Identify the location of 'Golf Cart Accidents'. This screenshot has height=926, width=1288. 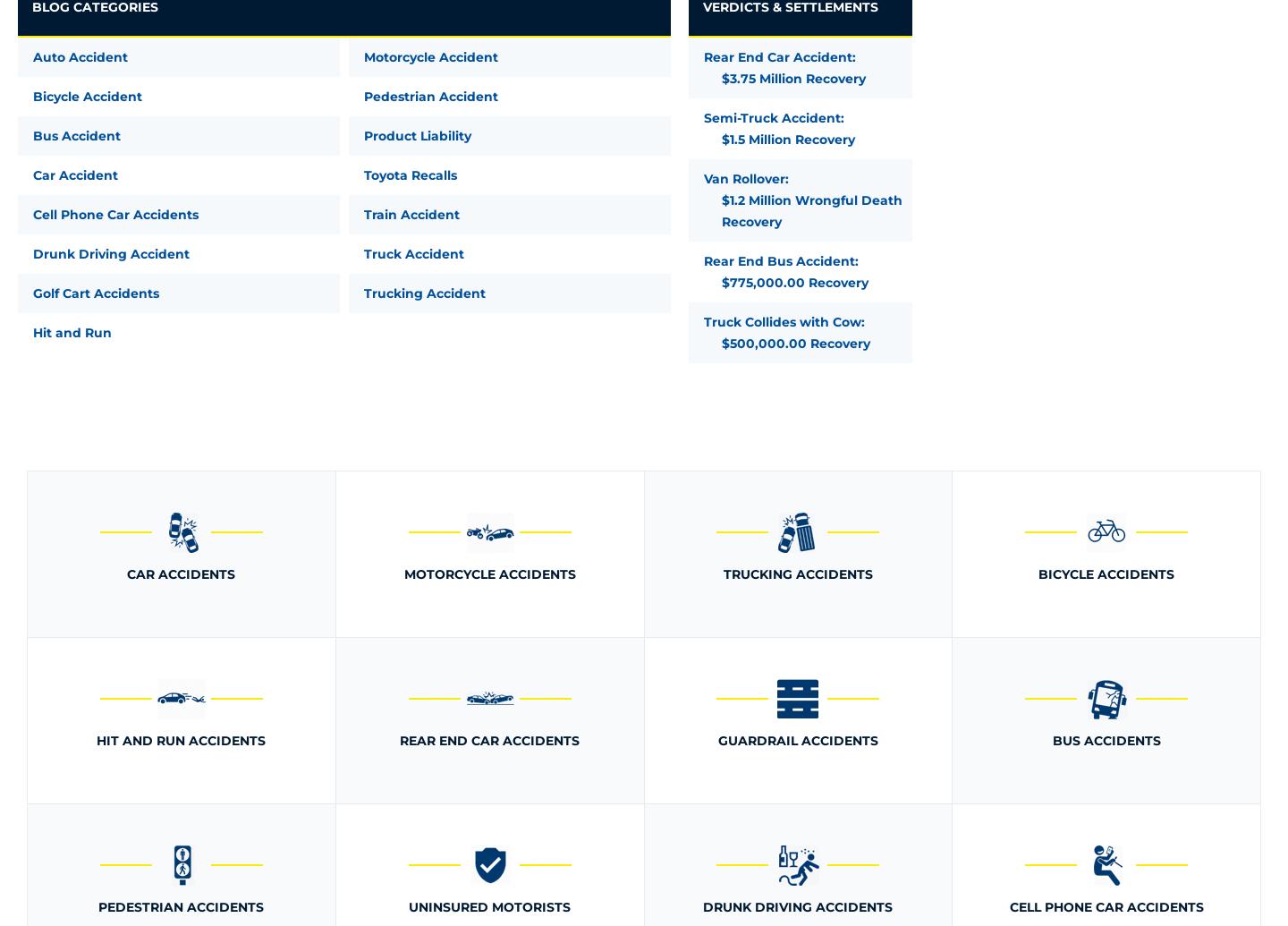
(96, 293).